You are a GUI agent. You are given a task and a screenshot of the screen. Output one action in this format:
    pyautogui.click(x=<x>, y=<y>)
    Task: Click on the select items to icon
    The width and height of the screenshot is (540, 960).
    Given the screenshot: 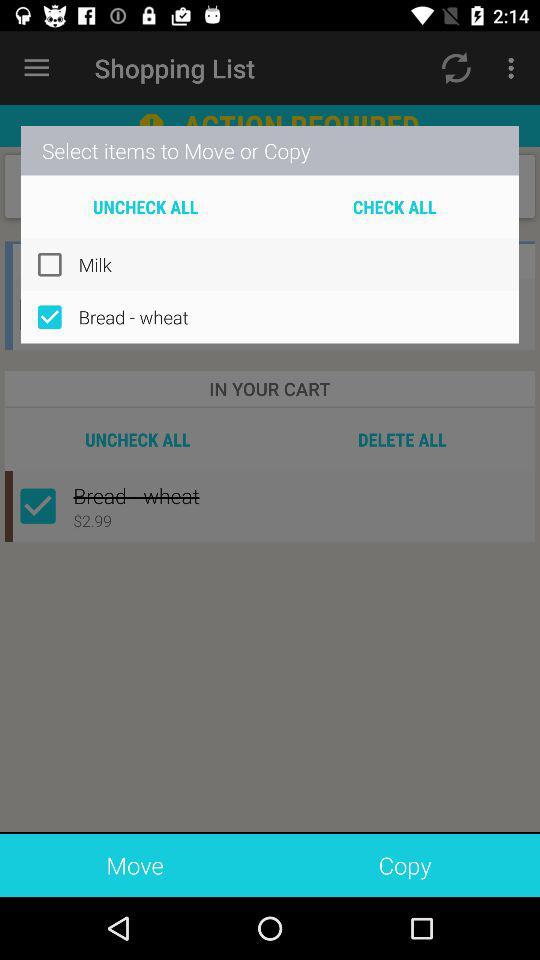 What is the action you would take?
    pyautogui.click(x=270, y=149)
    